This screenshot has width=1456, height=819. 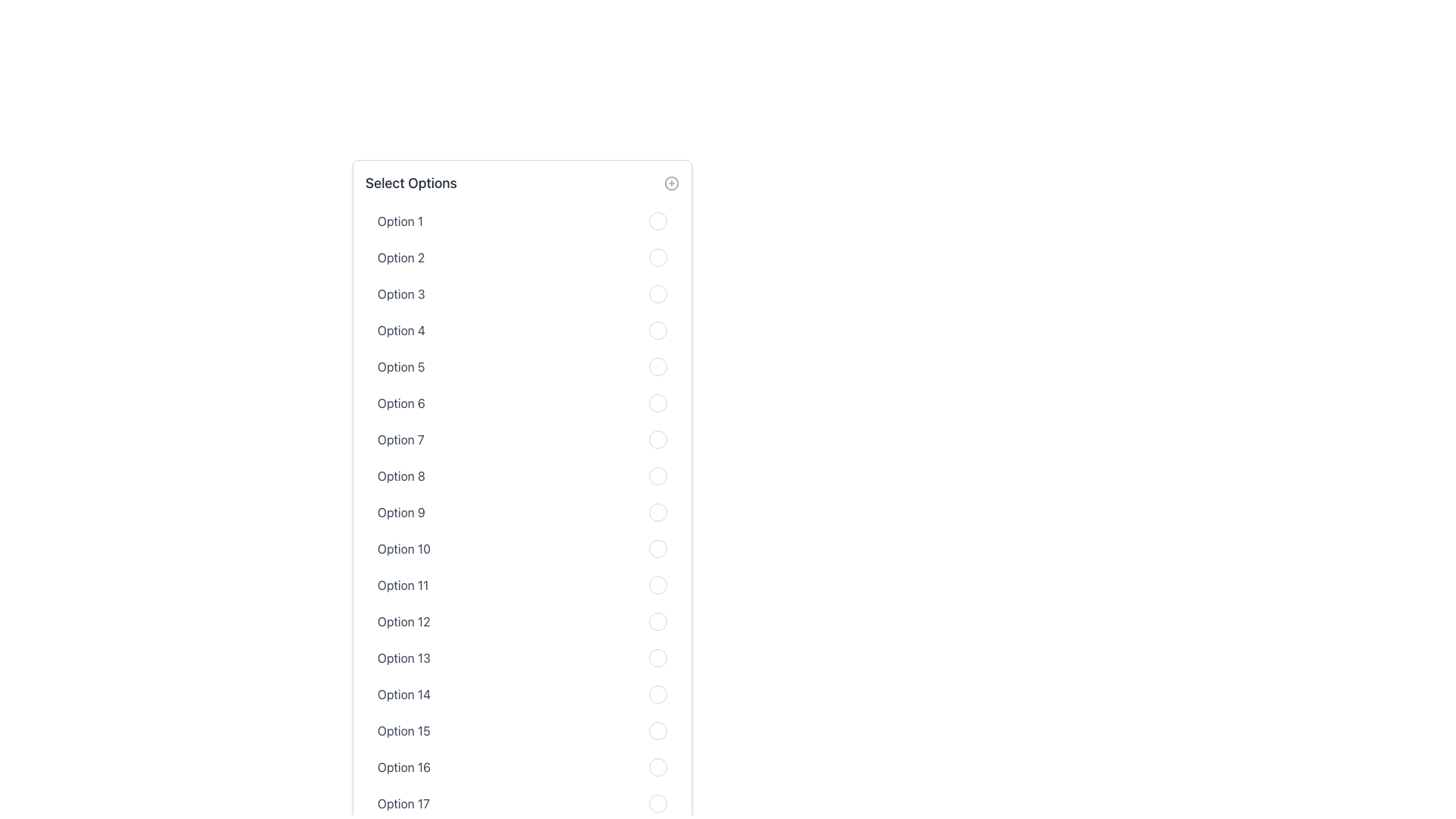 What do you see at coordinates (658, 329) in the screenshot?
I see `the radio button labeled 'Option 4'` at bounding box center [658, 329].